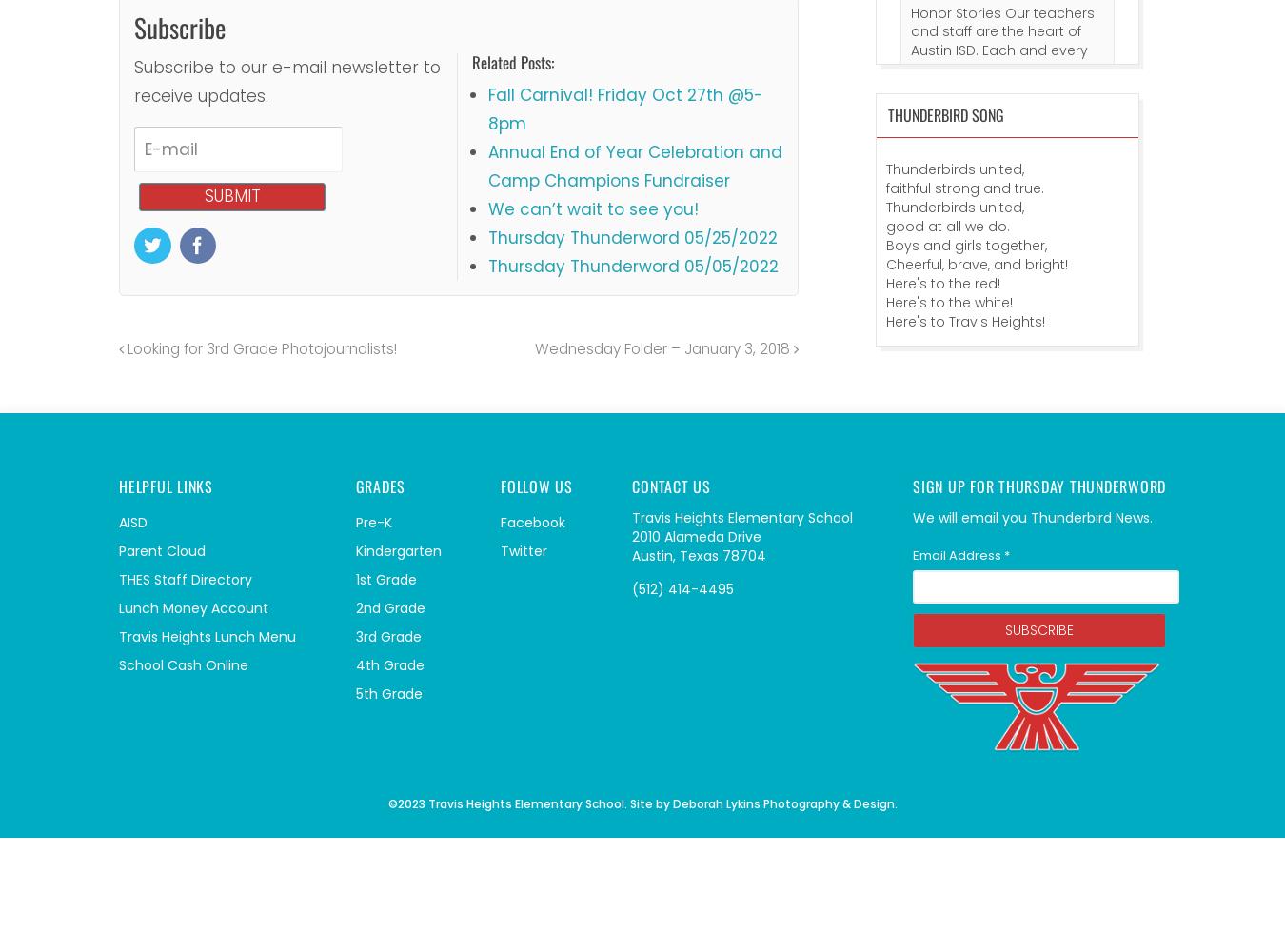  Describe the element at coordinates (1006, 553) in the screenshot. I see `'*'` at that location.